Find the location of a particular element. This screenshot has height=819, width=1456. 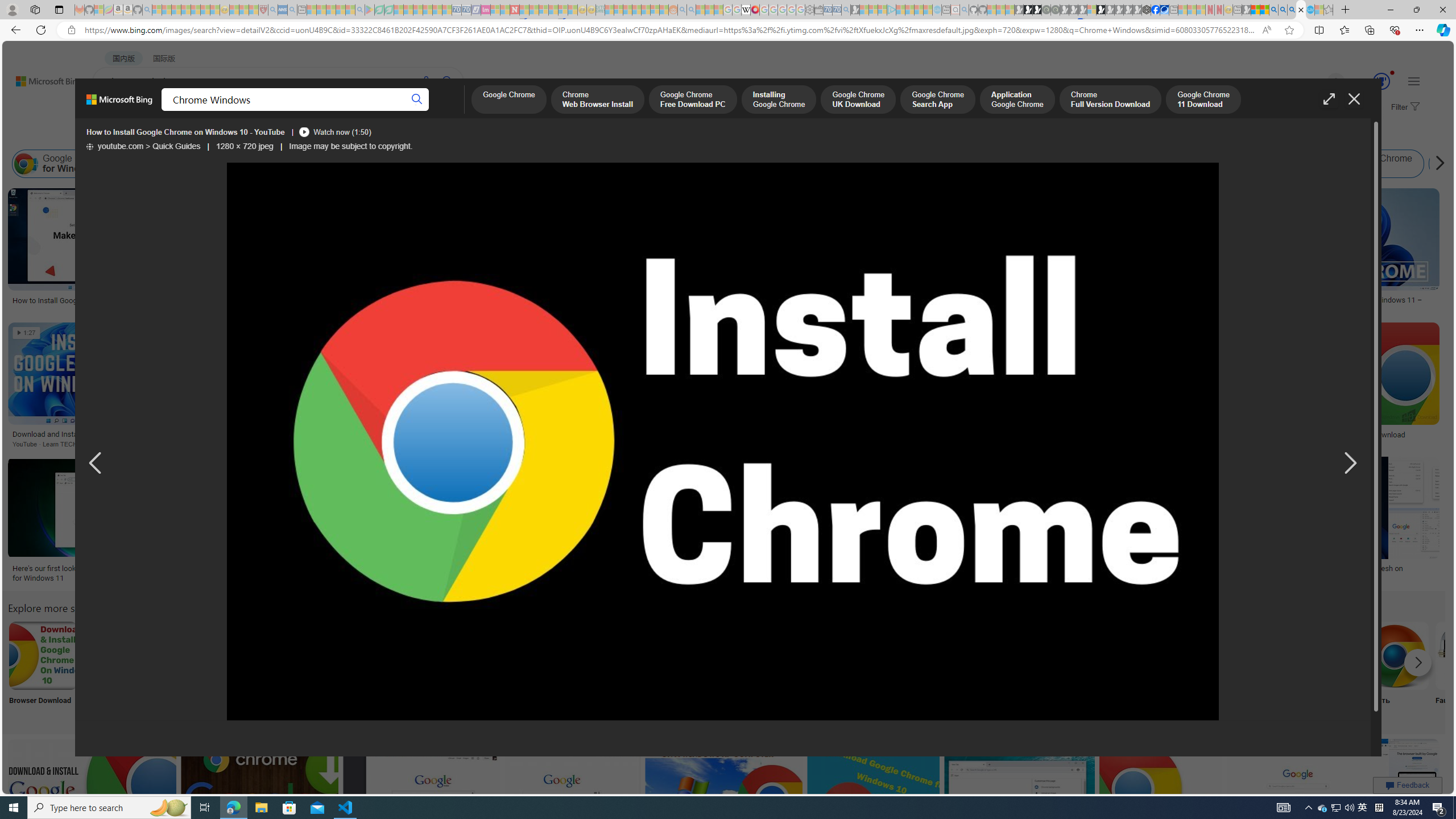

'Microsoft Start Gaming - Sleeping' is located at coordinates (855, 9).